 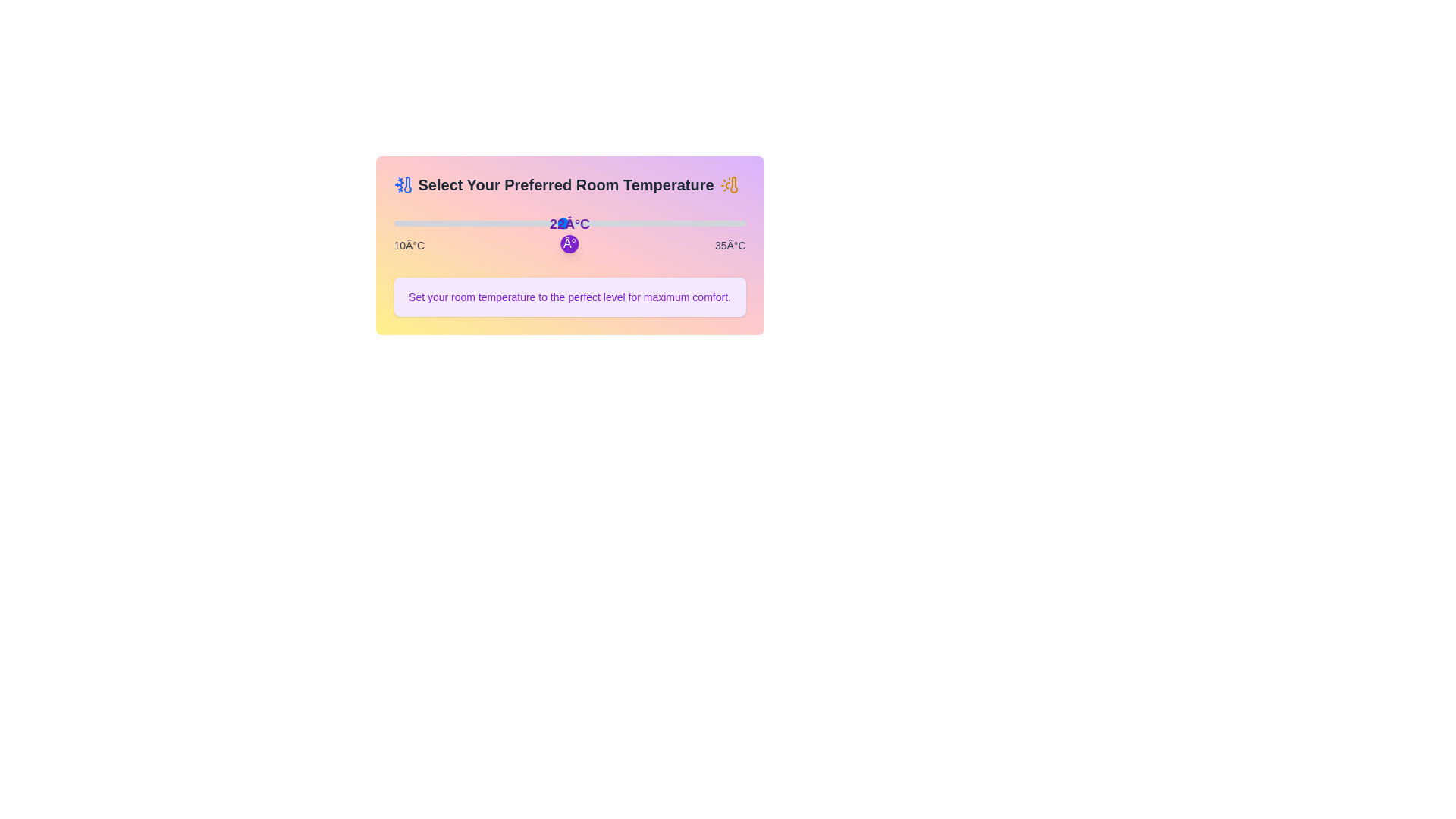 What do you see at coordinates (569, 224) in the screenshot?
I see `the temperature display to focus on it` at bounding box center [569, 224].